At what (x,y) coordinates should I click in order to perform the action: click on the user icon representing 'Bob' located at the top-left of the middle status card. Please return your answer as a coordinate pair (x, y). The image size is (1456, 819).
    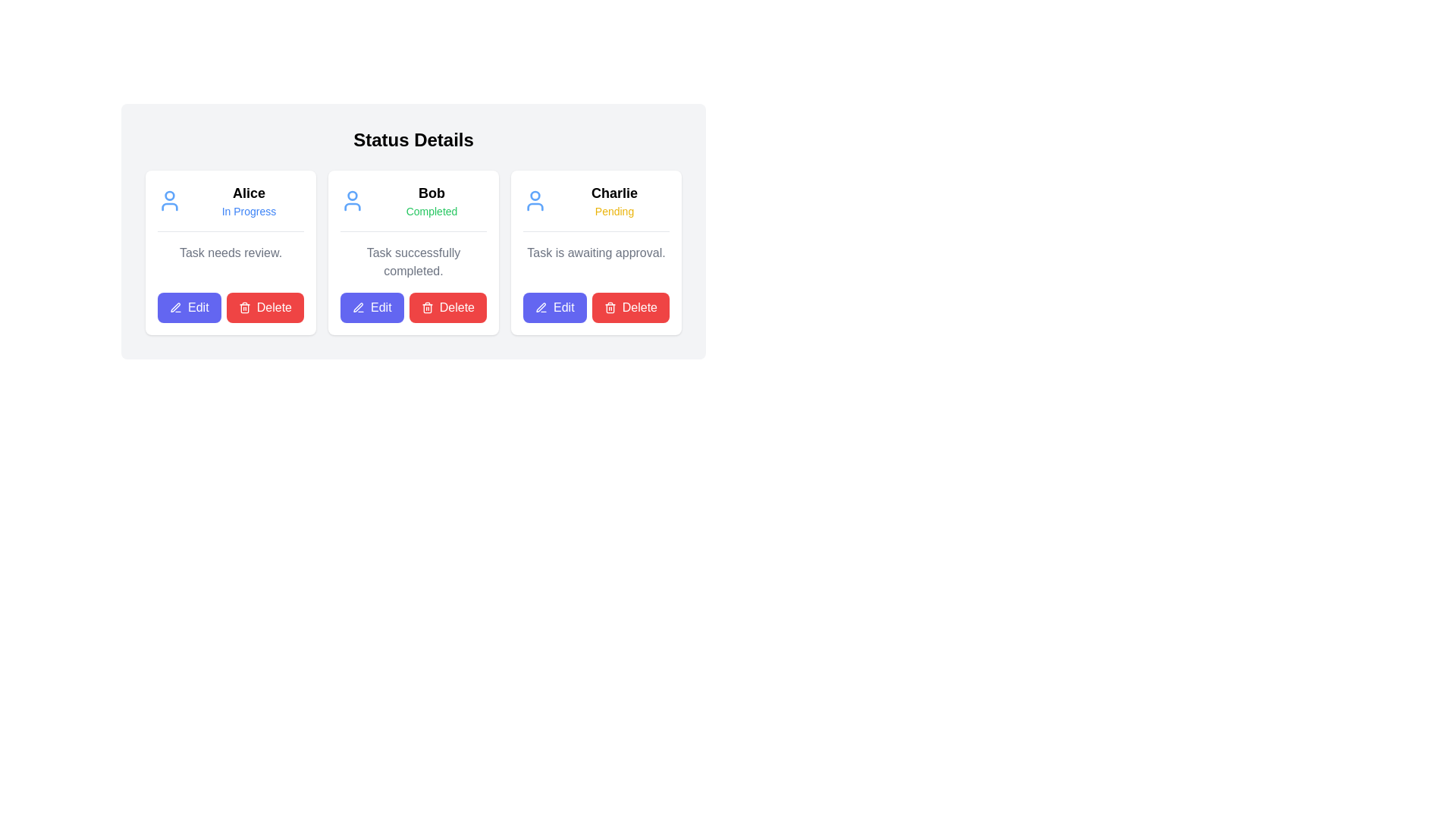
    Looking at the image, I should click on (352, 195).